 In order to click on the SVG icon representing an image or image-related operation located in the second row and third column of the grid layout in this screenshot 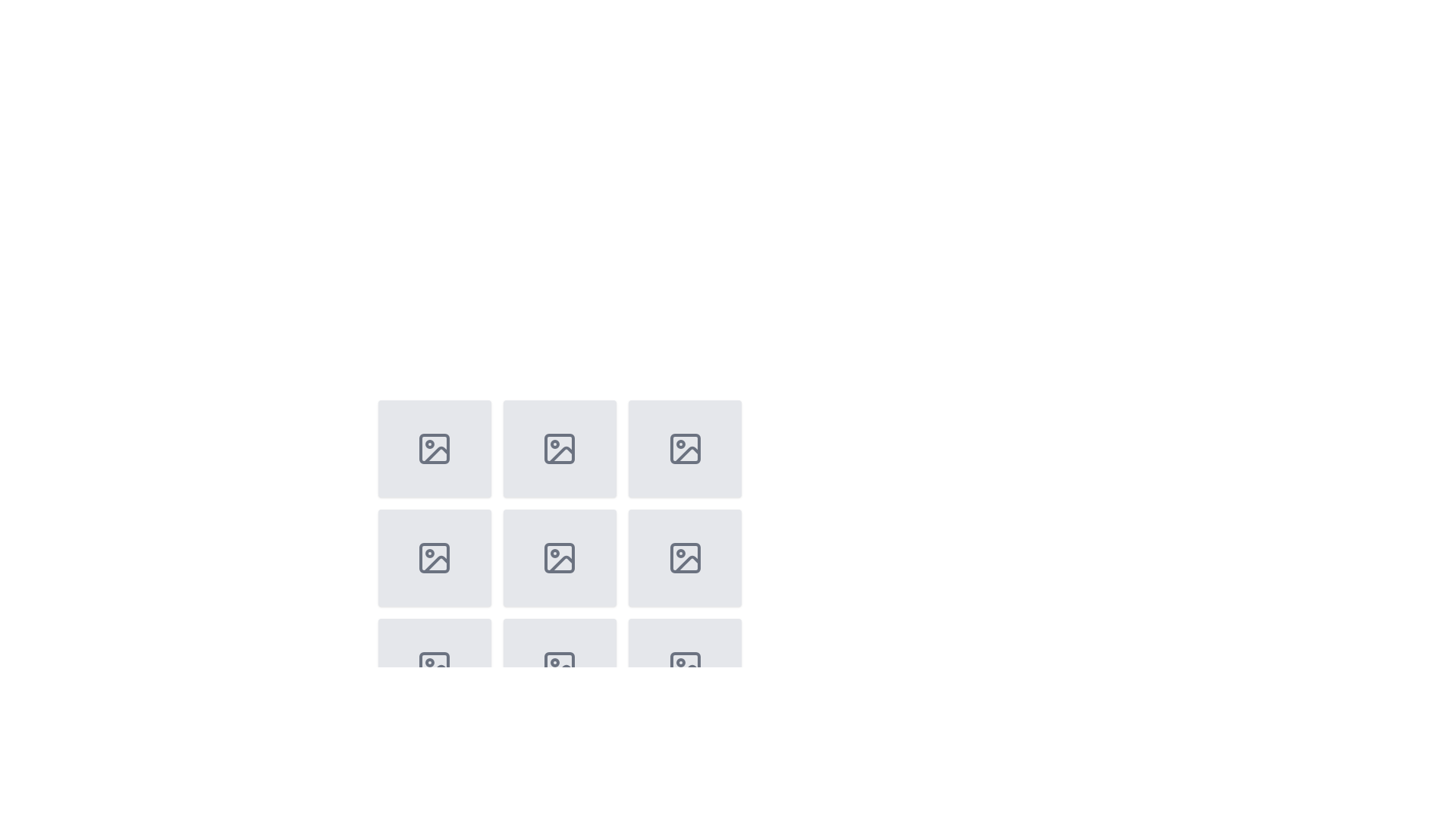, I will do `click(684, 447)`.